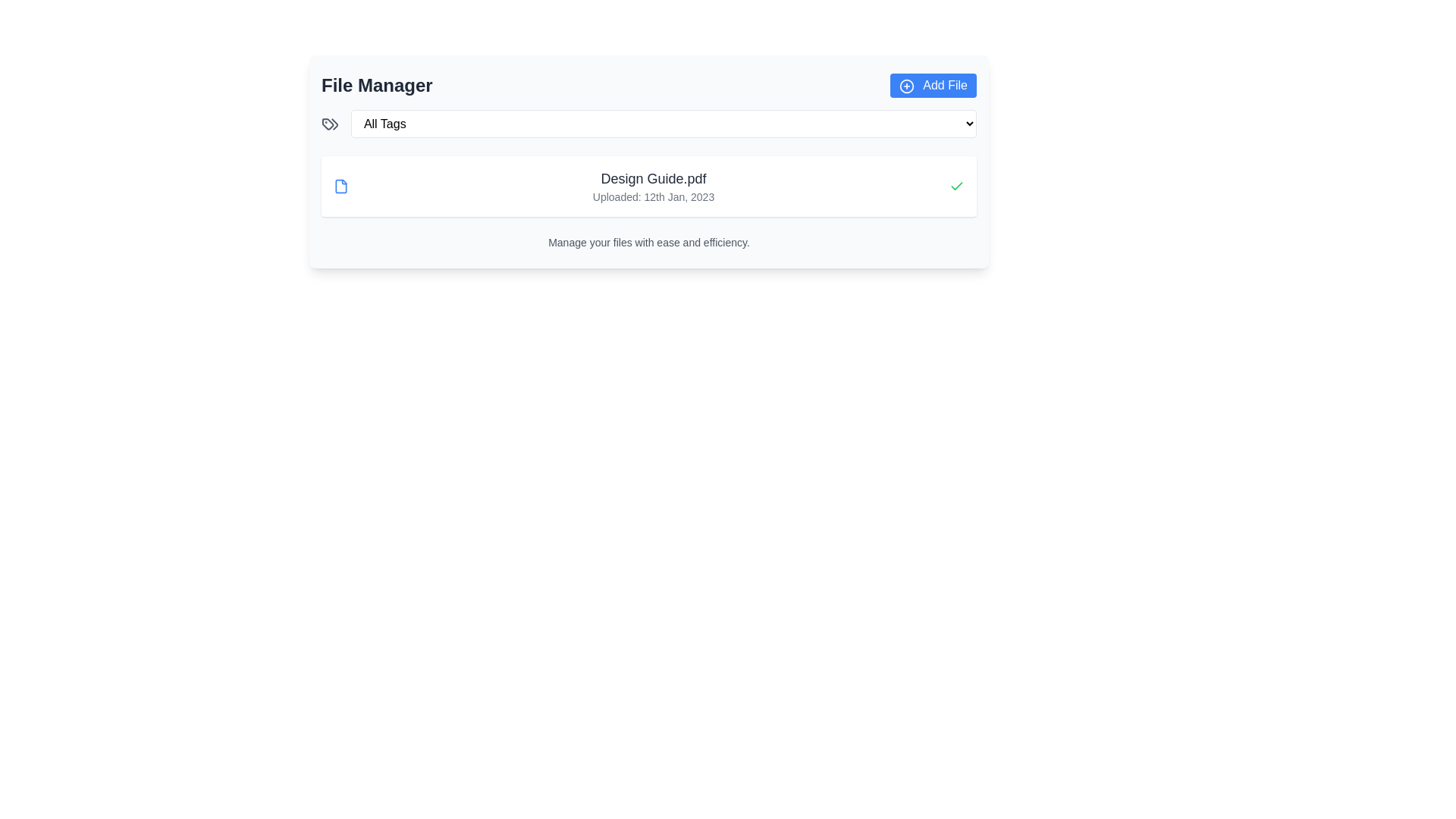 This screenshot has width=1456, height=819. I want to click on the 'All Tags' dropdown selector located in the top section of the file management interface, so click(664, 123).